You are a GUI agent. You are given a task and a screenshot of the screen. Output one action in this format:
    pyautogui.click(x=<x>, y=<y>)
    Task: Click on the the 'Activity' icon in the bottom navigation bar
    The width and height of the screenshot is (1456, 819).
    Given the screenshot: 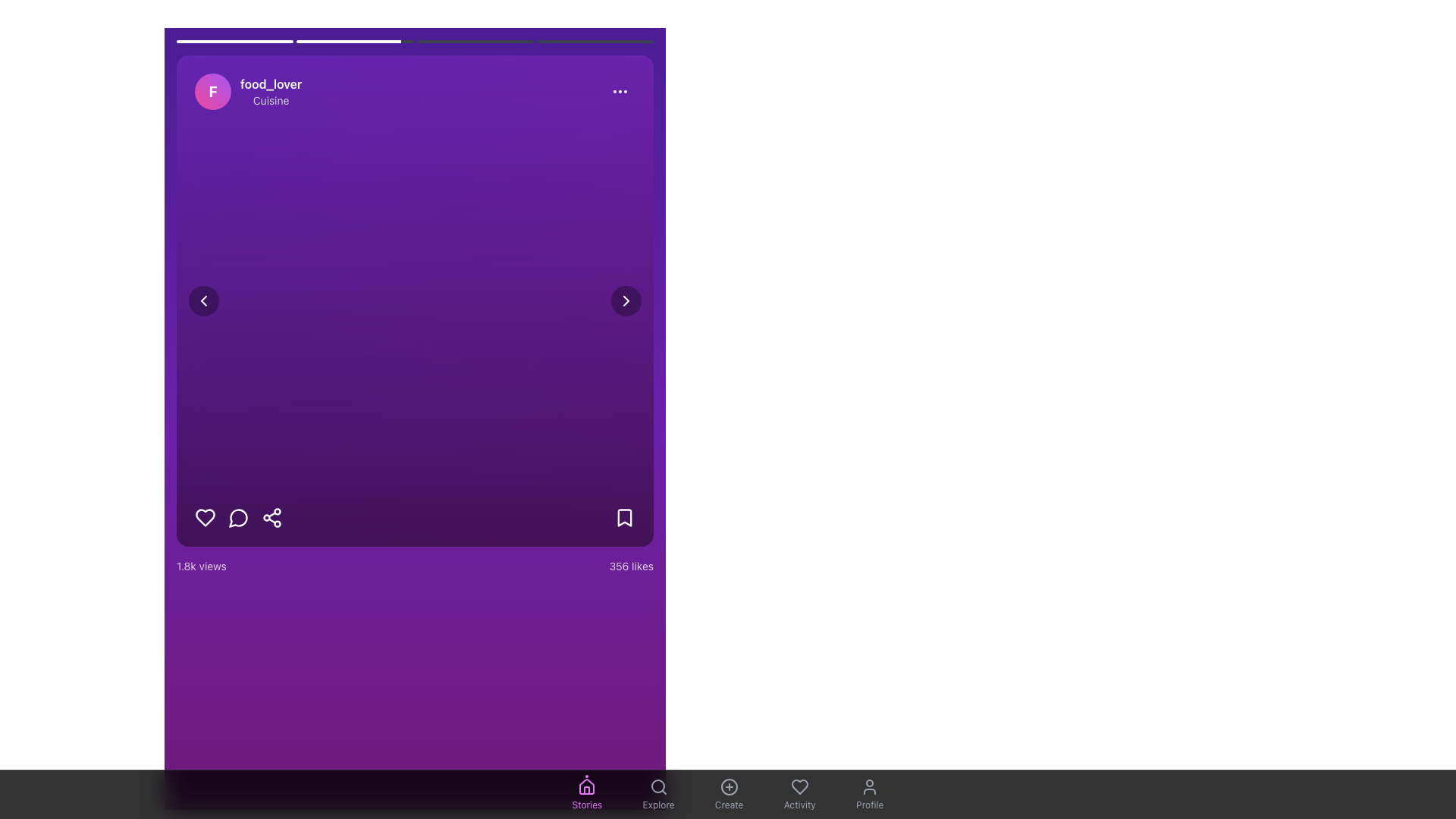 What is the action you would take?
    pyautogui.click(x=799, y=786)
    